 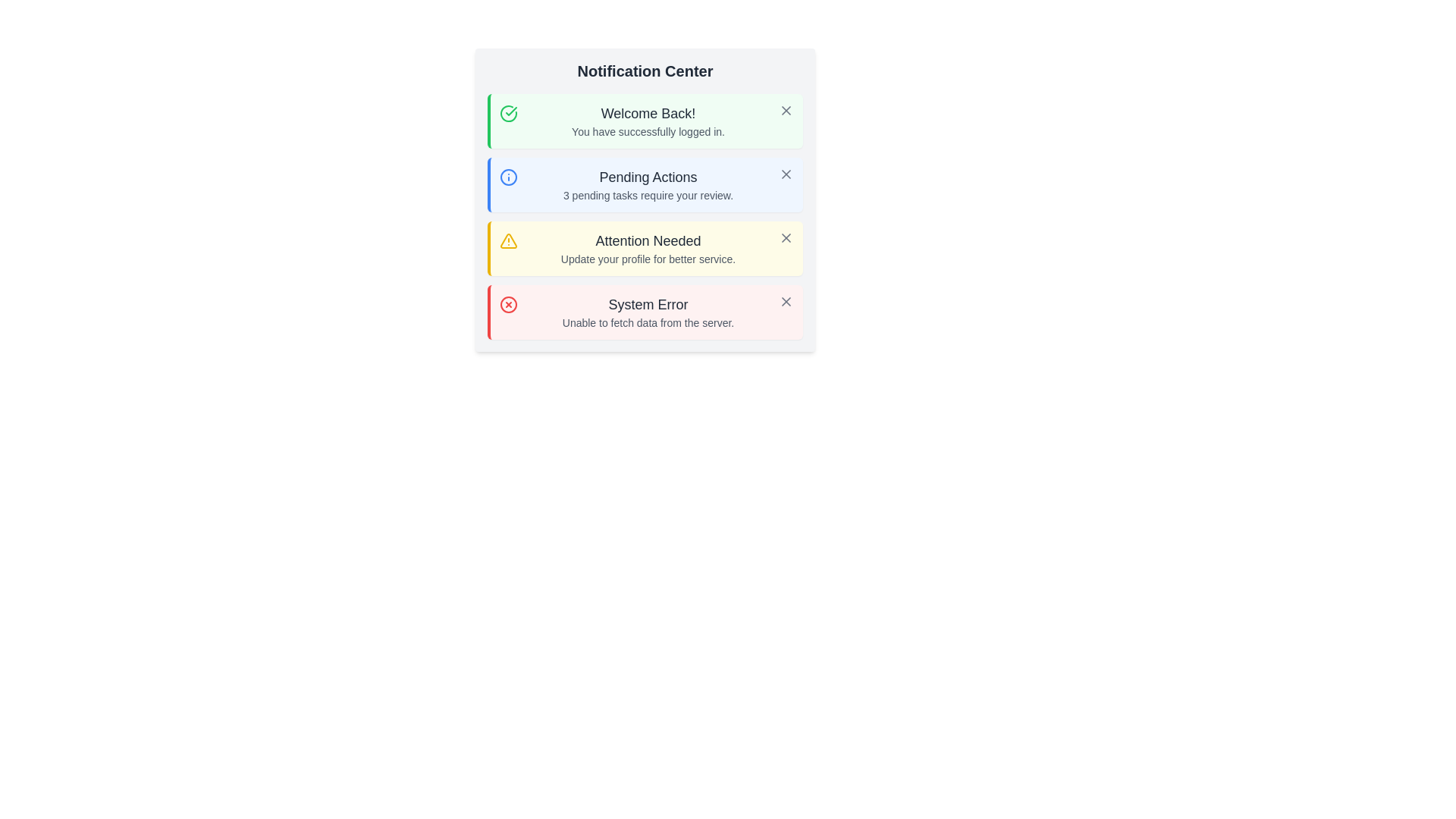 I want to click on text content of the notification message displayed below the 'Notification Center' header, which confirms the user's successful login, so click(x=648, y=120).